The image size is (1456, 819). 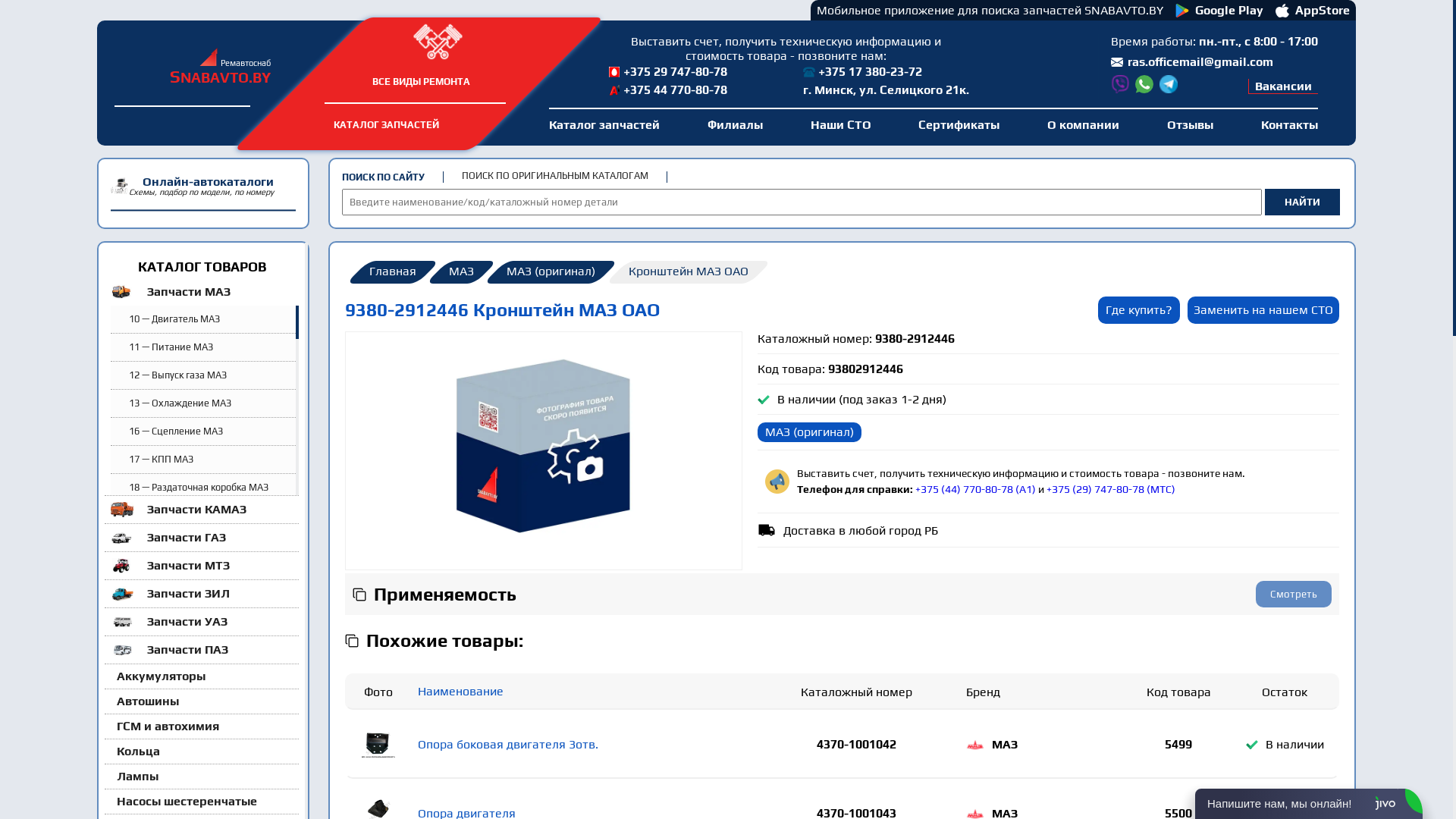 What do you see at coordinates (1219, 9) in the screenshot?
I see `'Google Play'` at bounding box center [1219, 9].